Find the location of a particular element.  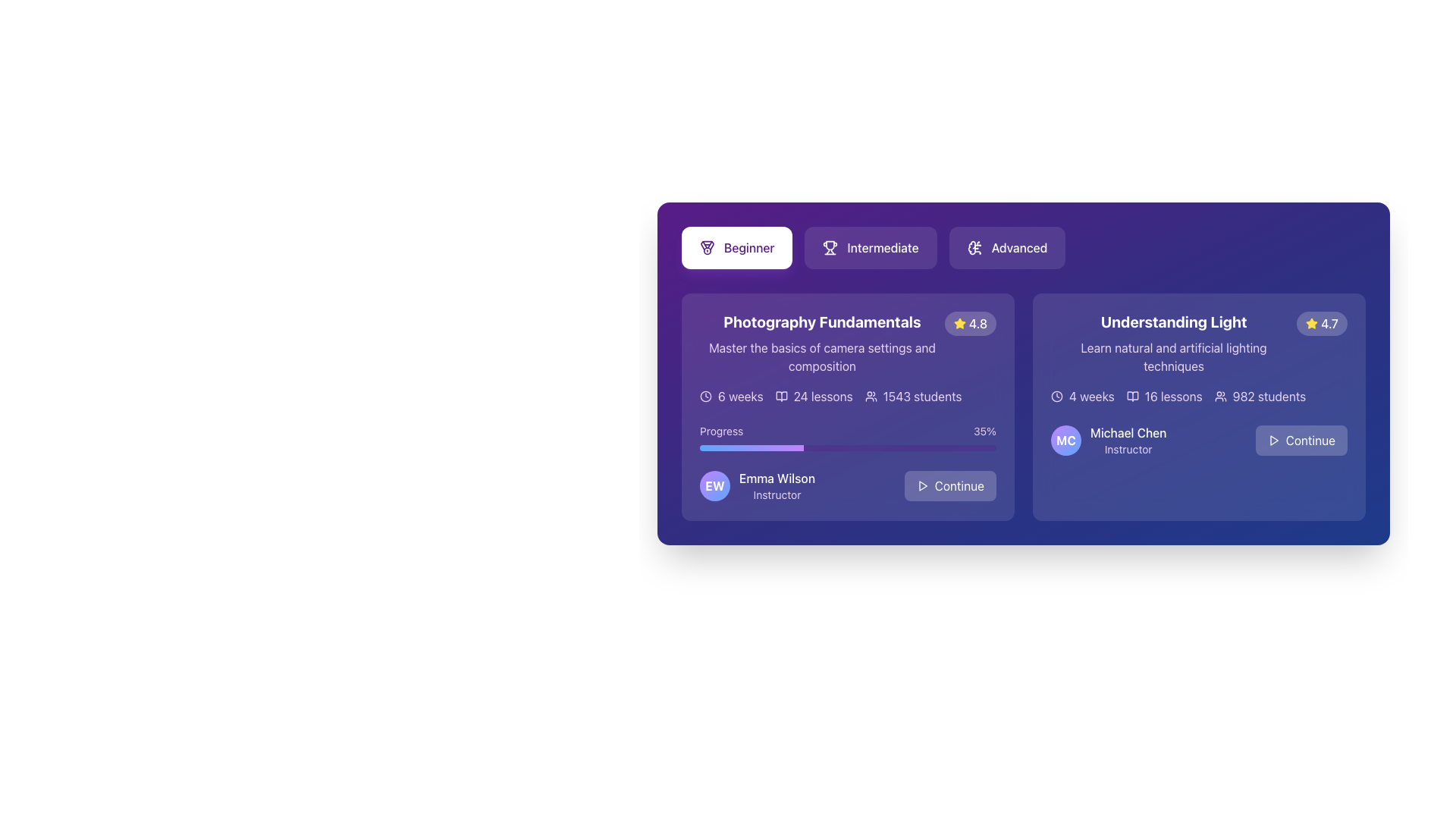

the static text displaying the number of students currently enrolled in the course 'Understanding Light' which is adjacent to the group icon in the second column of the course card is located at coordinates (1269, 396).